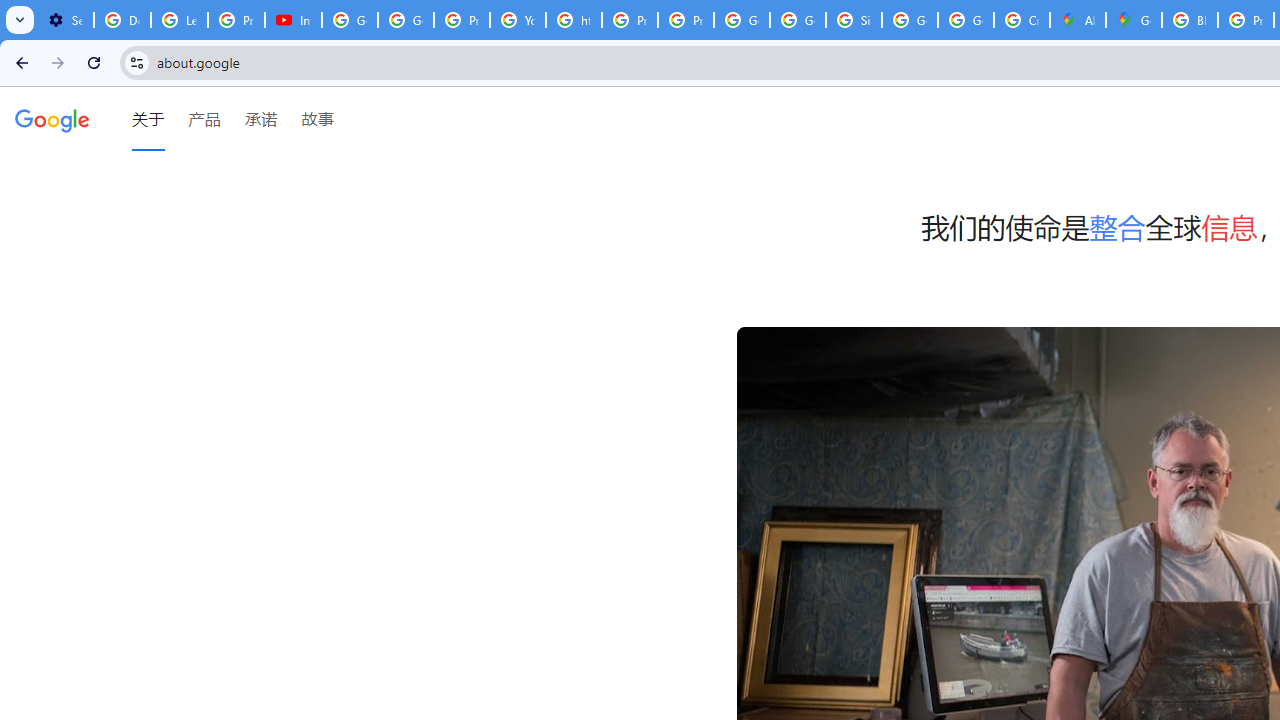 This screenshot has height=720, width=1280. Describe the element at coordinates (1022, 20) in the screenshot. I see `'Create your Google Account'` at that location.